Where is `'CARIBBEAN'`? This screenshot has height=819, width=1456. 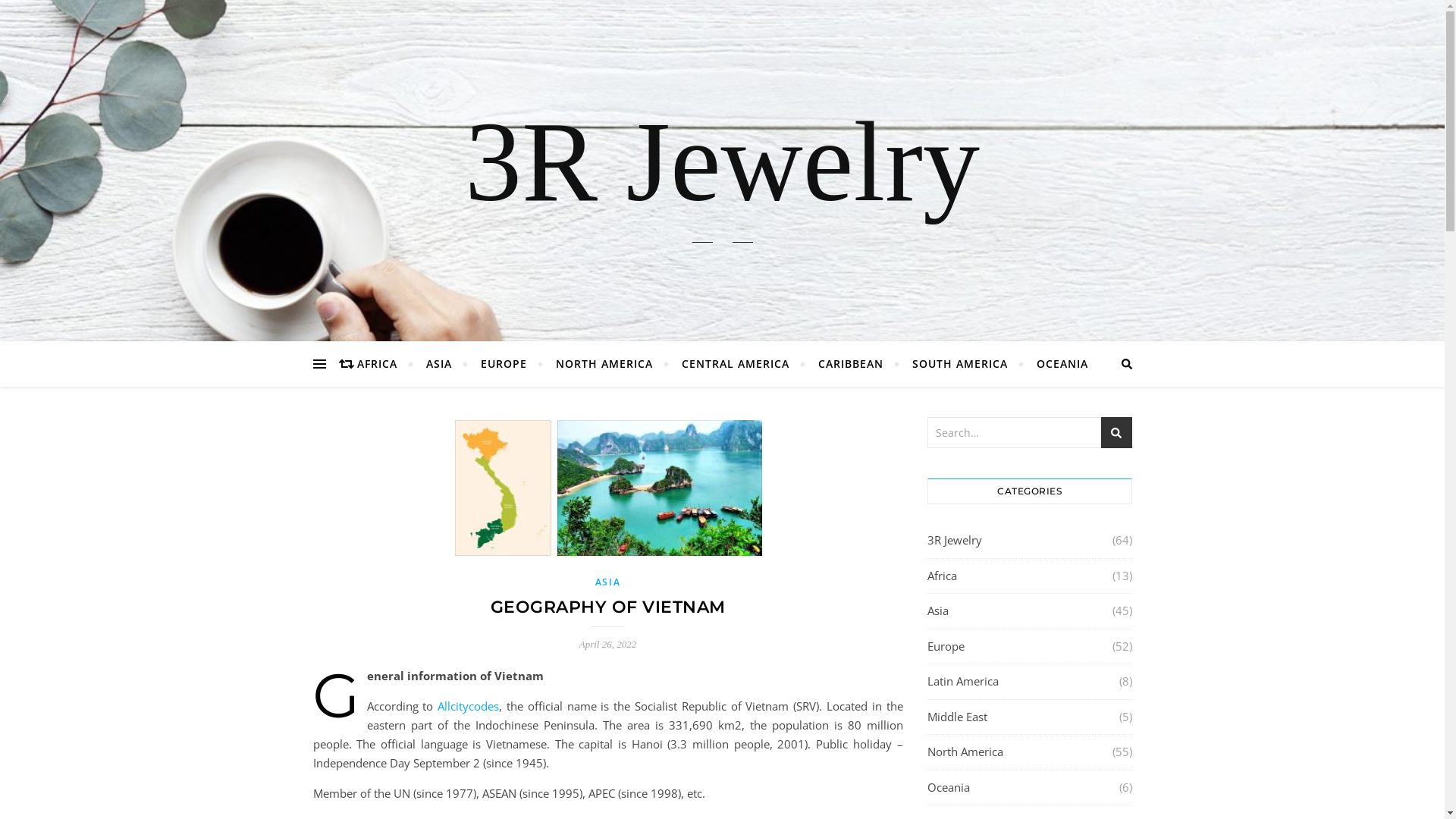
'CARIBBEAN' is located at coordinates (851, 363).